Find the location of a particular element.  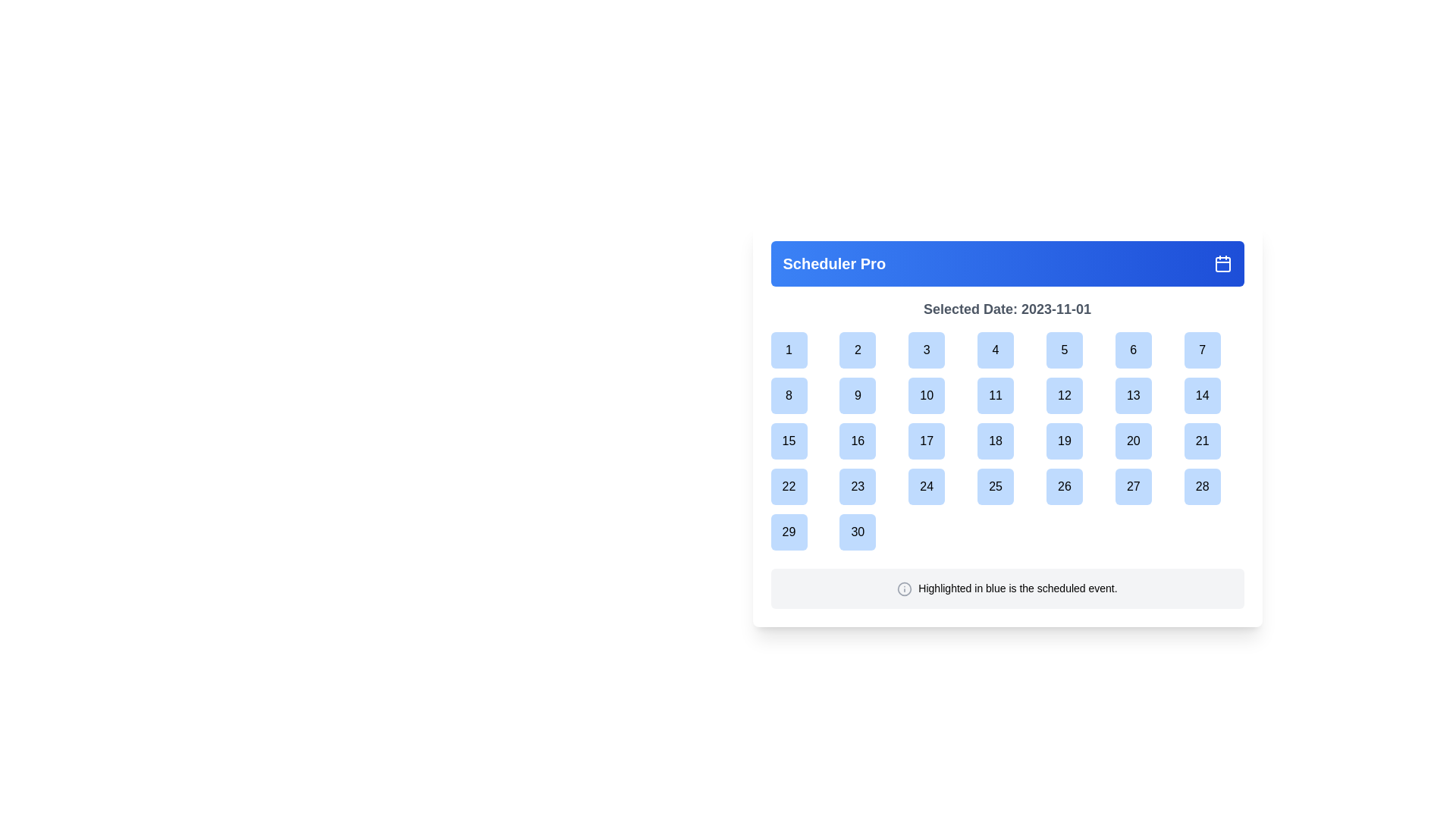

the blue square button with rounded corners labeled '3' is located at coordinates (937, 350).